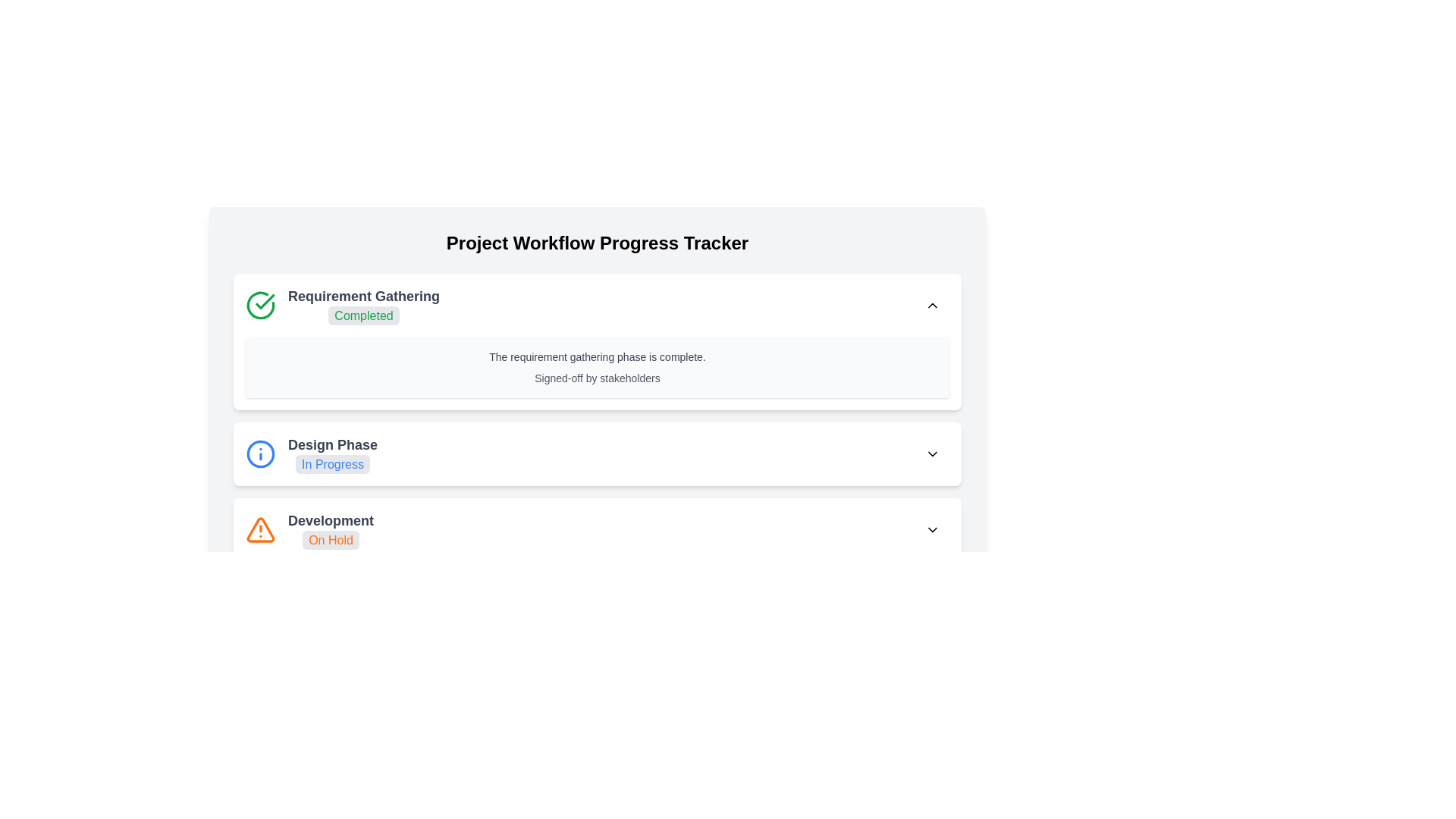 The image size is (1456, 819). What do you see at coordinates (332, 463) in the screenshot?
I see `the 'In Progress' status badge located to the right of the 'Design Phase' label in the workflow steps` at bounding box center [332, 463].